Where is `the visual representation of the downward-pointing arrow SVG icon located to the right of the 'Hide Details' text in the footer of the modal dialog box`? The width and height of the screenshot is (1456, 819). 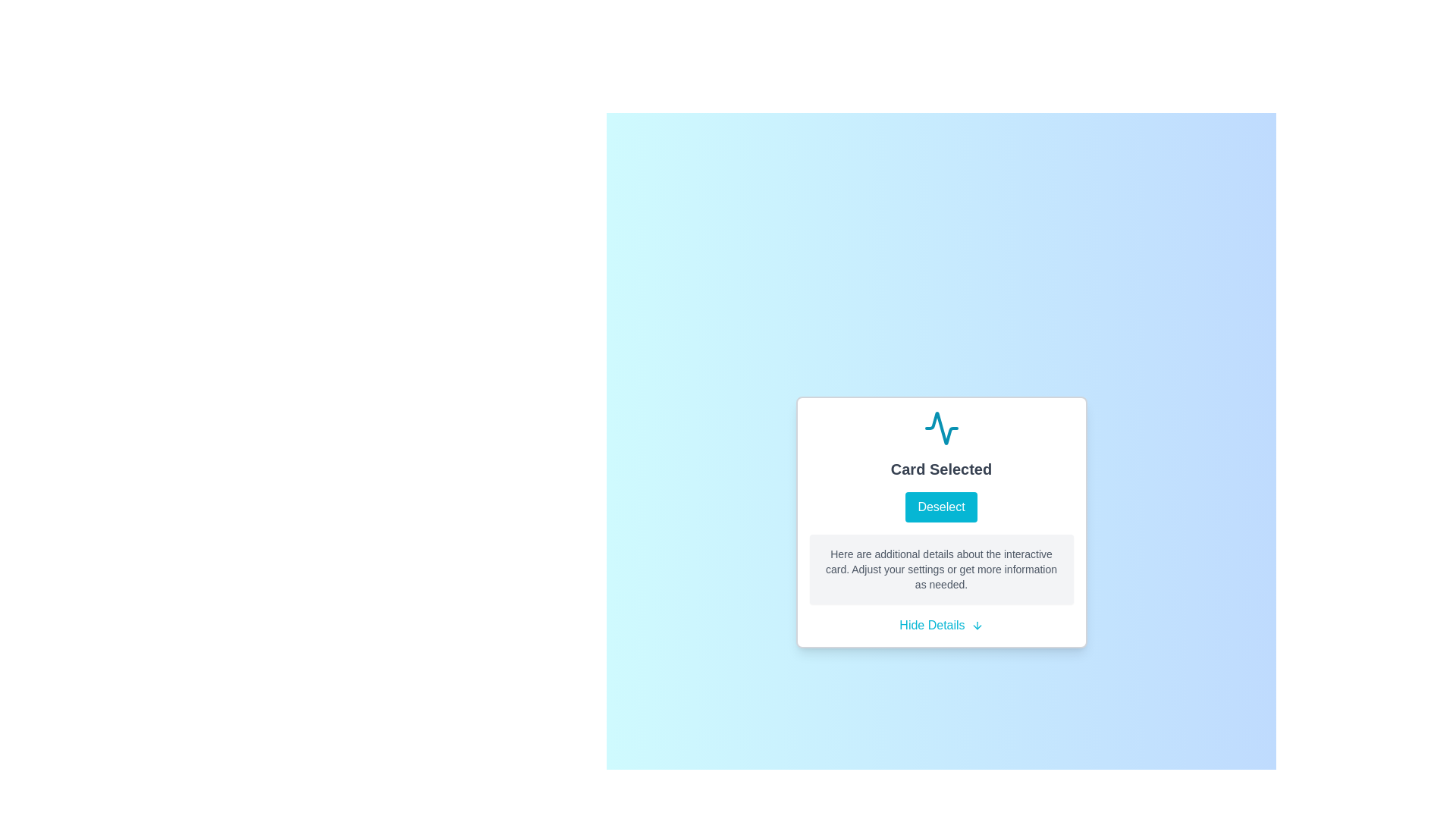 the visual representation of the downward-pointing arrow SVG icon located to the right of the 'Hide Details' text in the footer of the modal dialog box is located at coordinates (977, 626).